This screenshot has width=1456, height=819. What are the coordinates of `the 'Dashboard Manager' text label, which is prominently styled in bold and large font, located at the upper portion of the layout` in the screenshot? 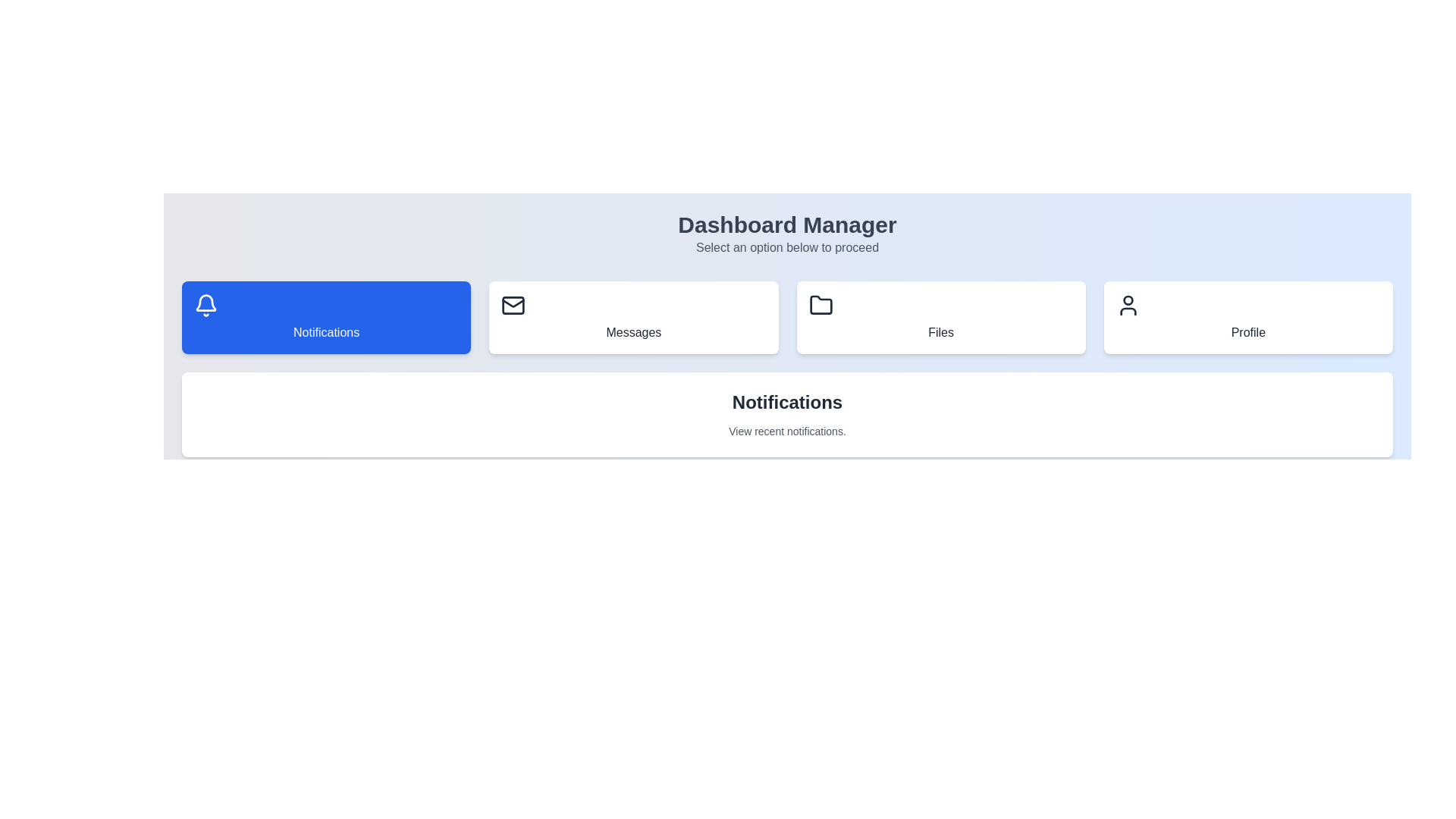 It's located at (787, 225).